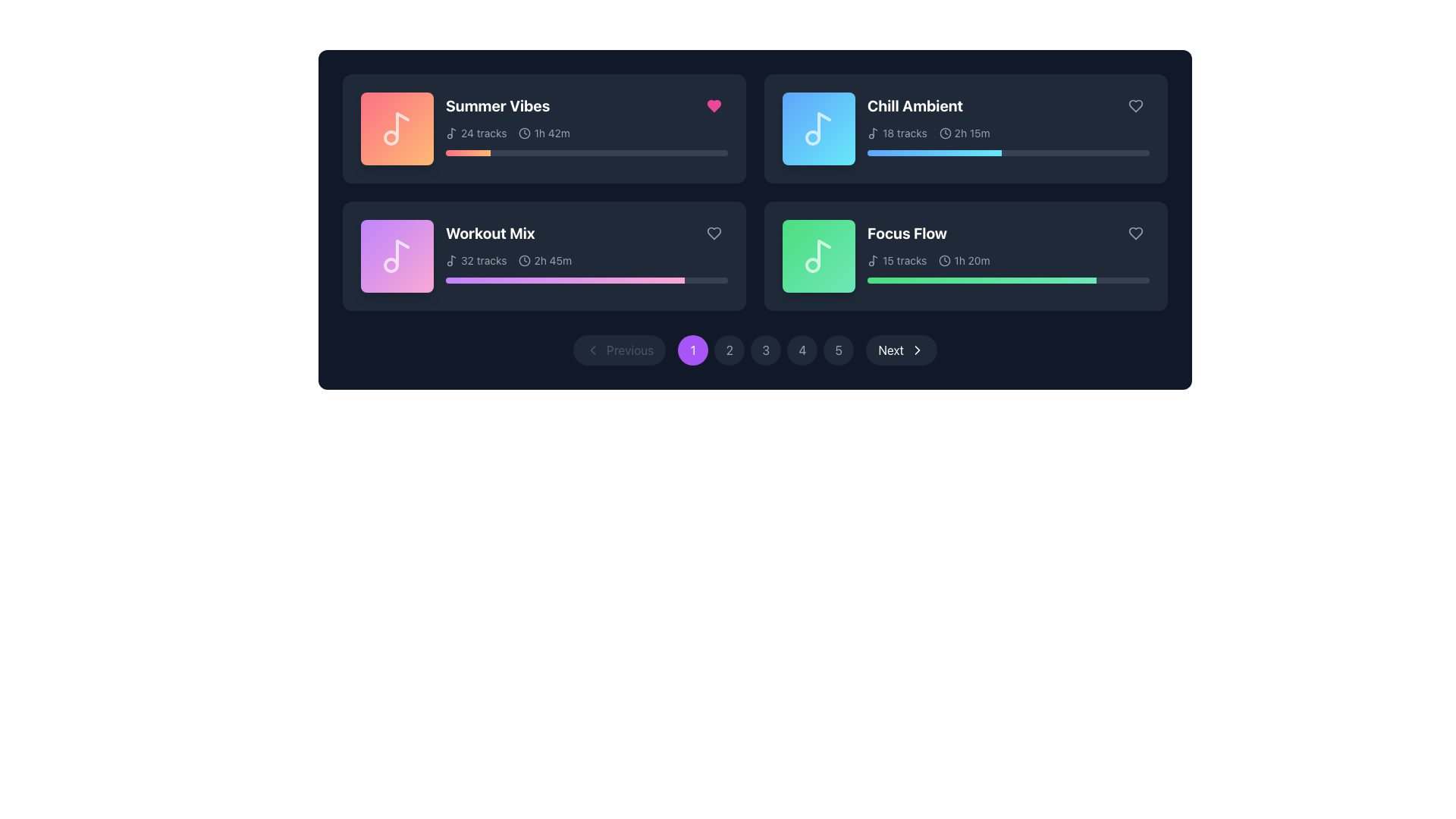  What do you see at coordinates (1008, 152) in the screenshot?
I see `the completion percentage of the Progress Bar for the 'Chill Ambient' playlist, located below the textual elements '18 tracks' and '2h 15m'` at bounding box center [1008, 152].